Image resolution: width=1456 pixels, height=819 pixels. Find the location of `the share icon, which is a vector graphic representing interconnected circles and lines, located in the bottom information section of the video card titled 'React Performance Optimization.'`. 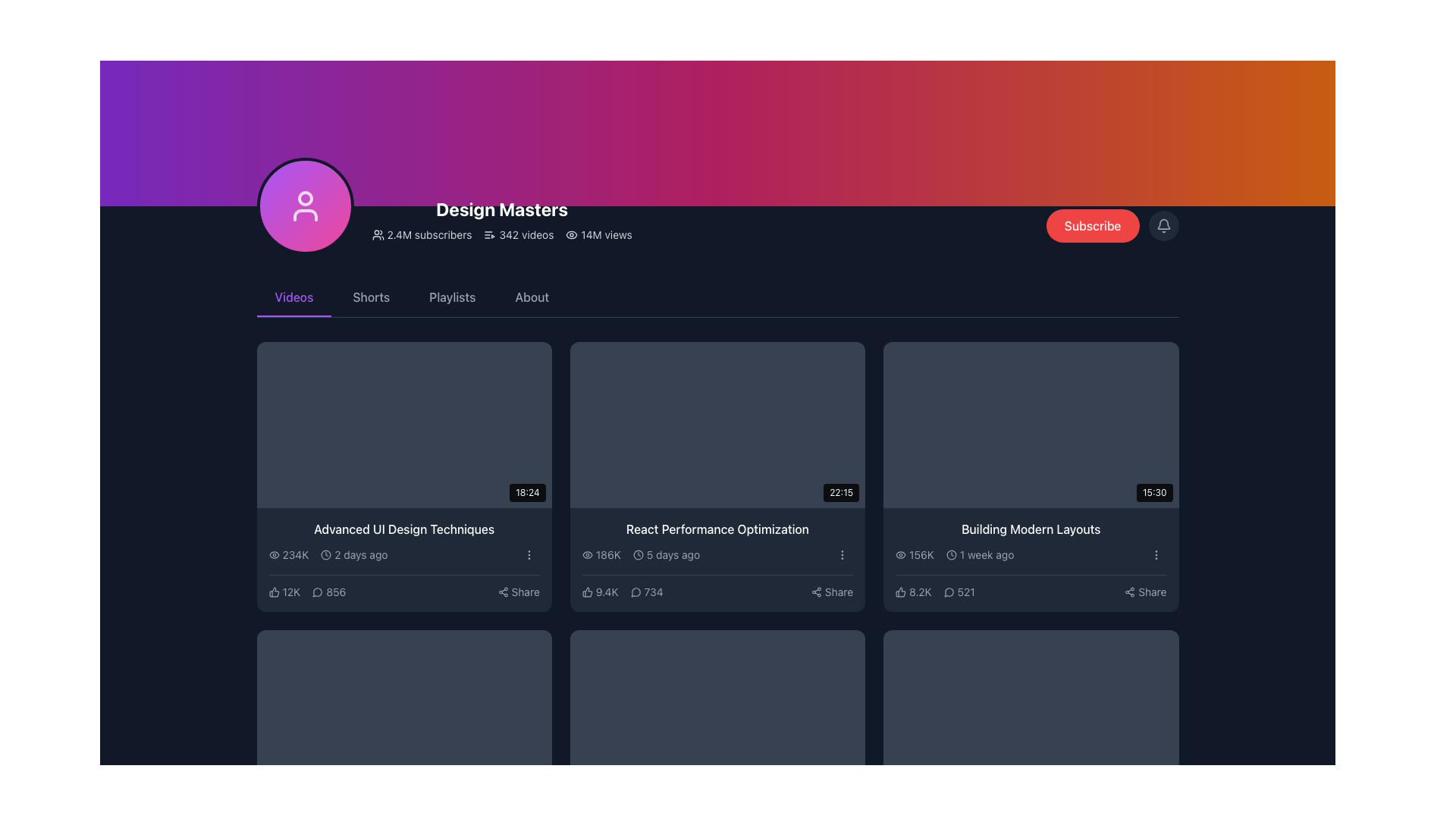

the share icon, which is a vector graphic representing interconnected circles and lines, located in the bottom information section of the video card titled 'React Performance Optimization.' is located at coordinates (815, 591).